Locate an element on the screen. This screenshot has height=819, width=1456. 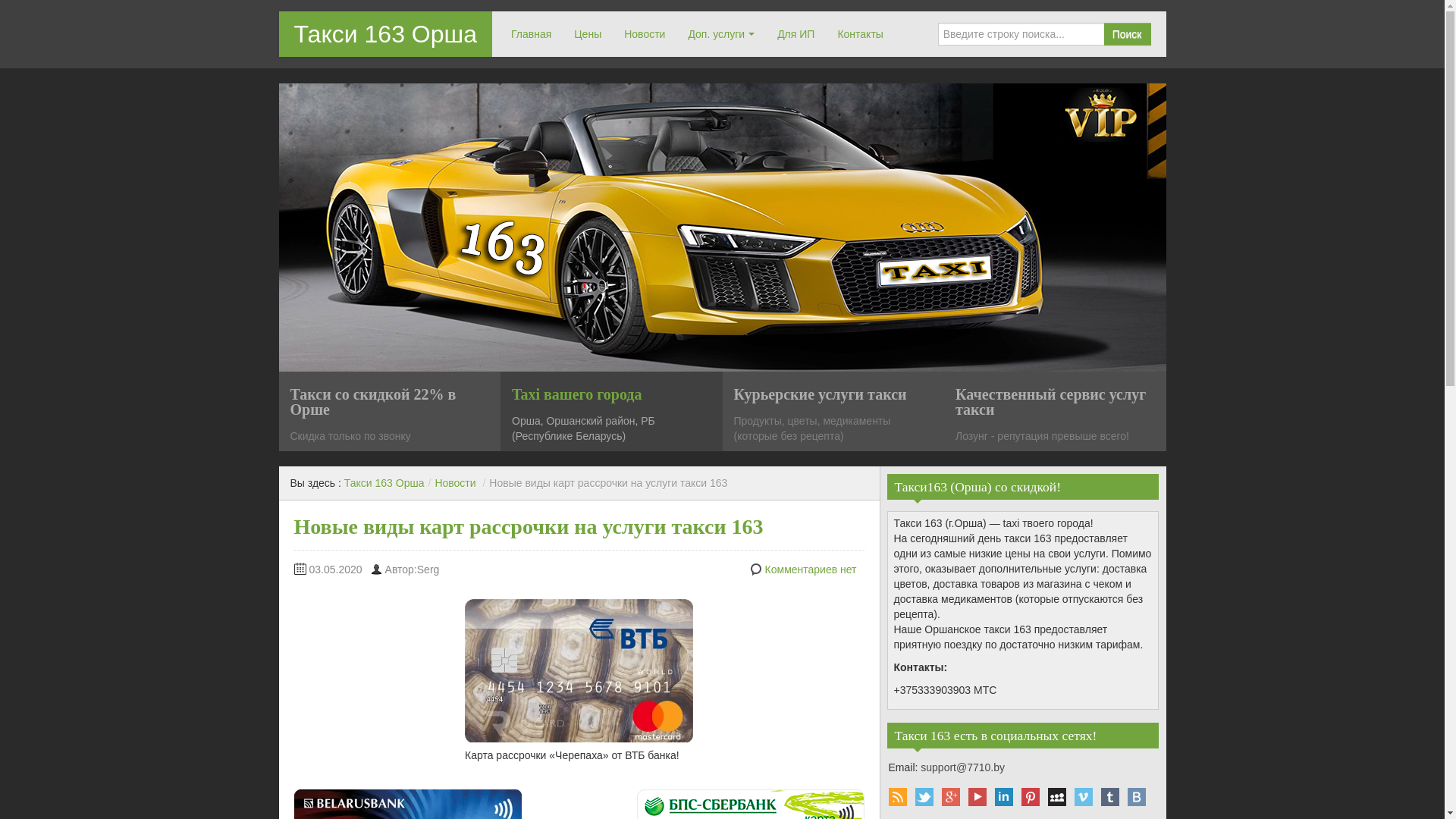
'Google Plus' is located at coordinates (949, 795).